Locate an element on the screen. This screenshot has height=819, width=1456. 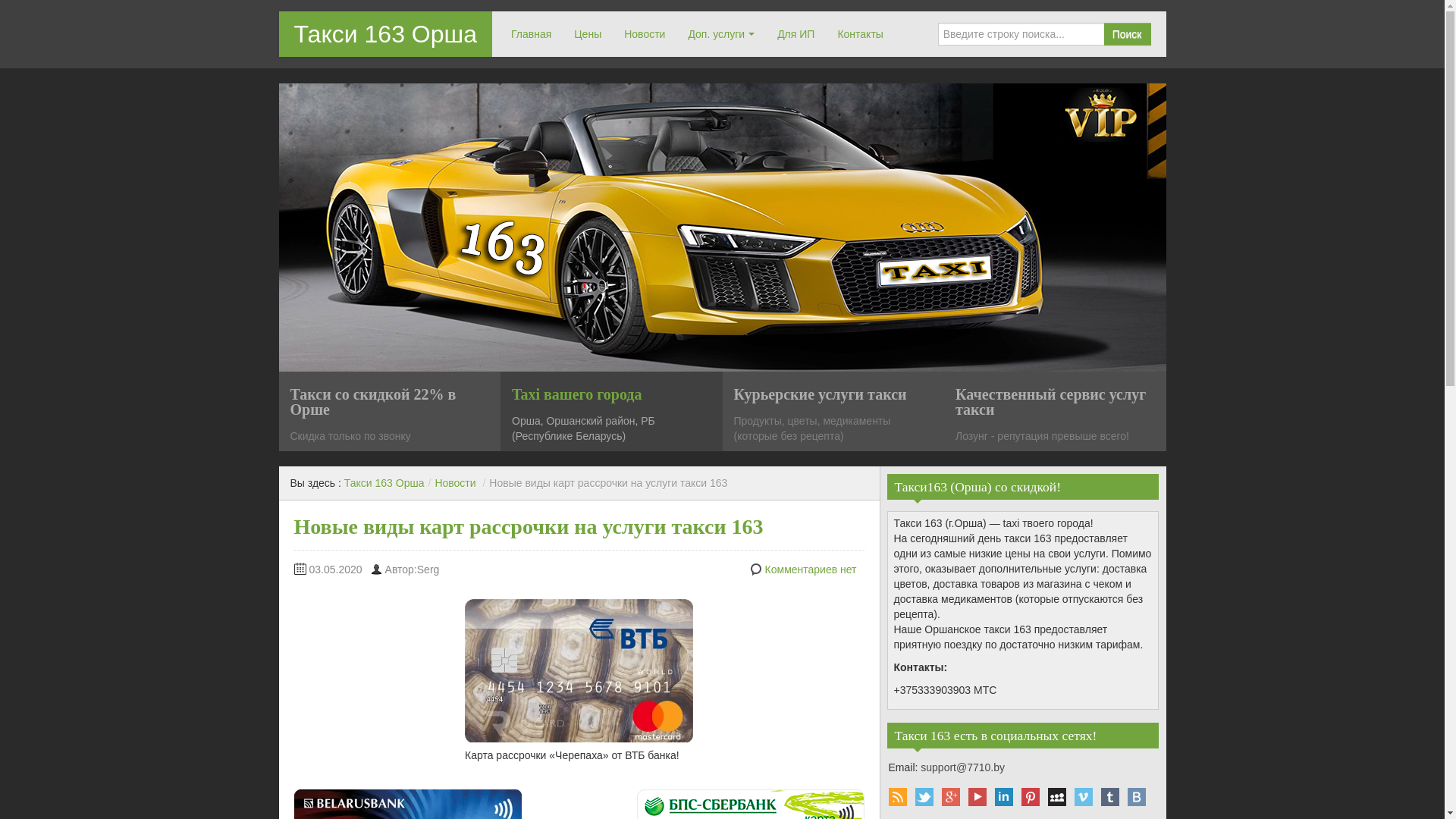
'Google Plus' is located at coordinates (949, 795).